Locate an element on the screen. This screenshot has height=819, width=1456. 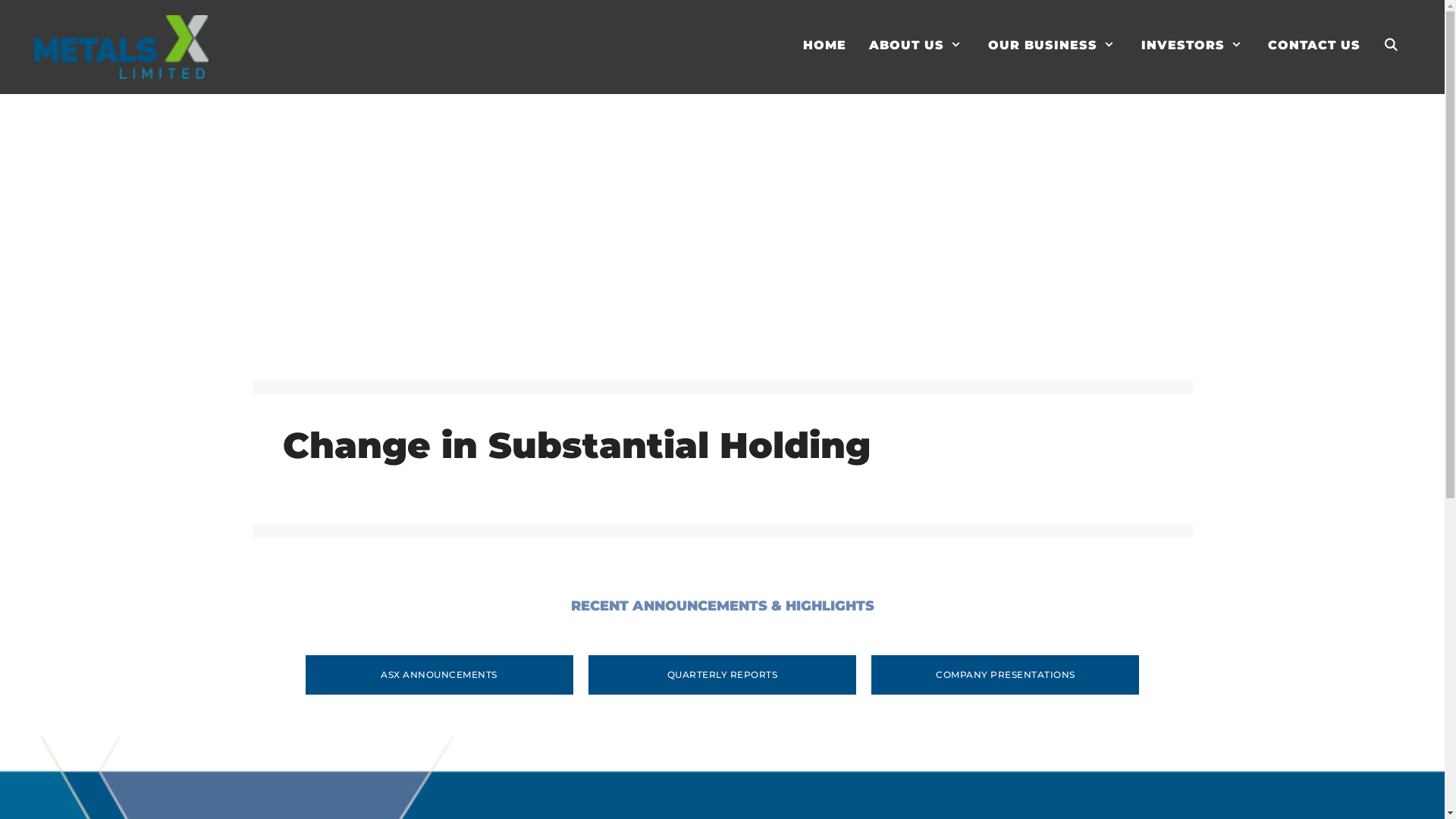
'ABOUT US' is located at coordinates (858, 45).